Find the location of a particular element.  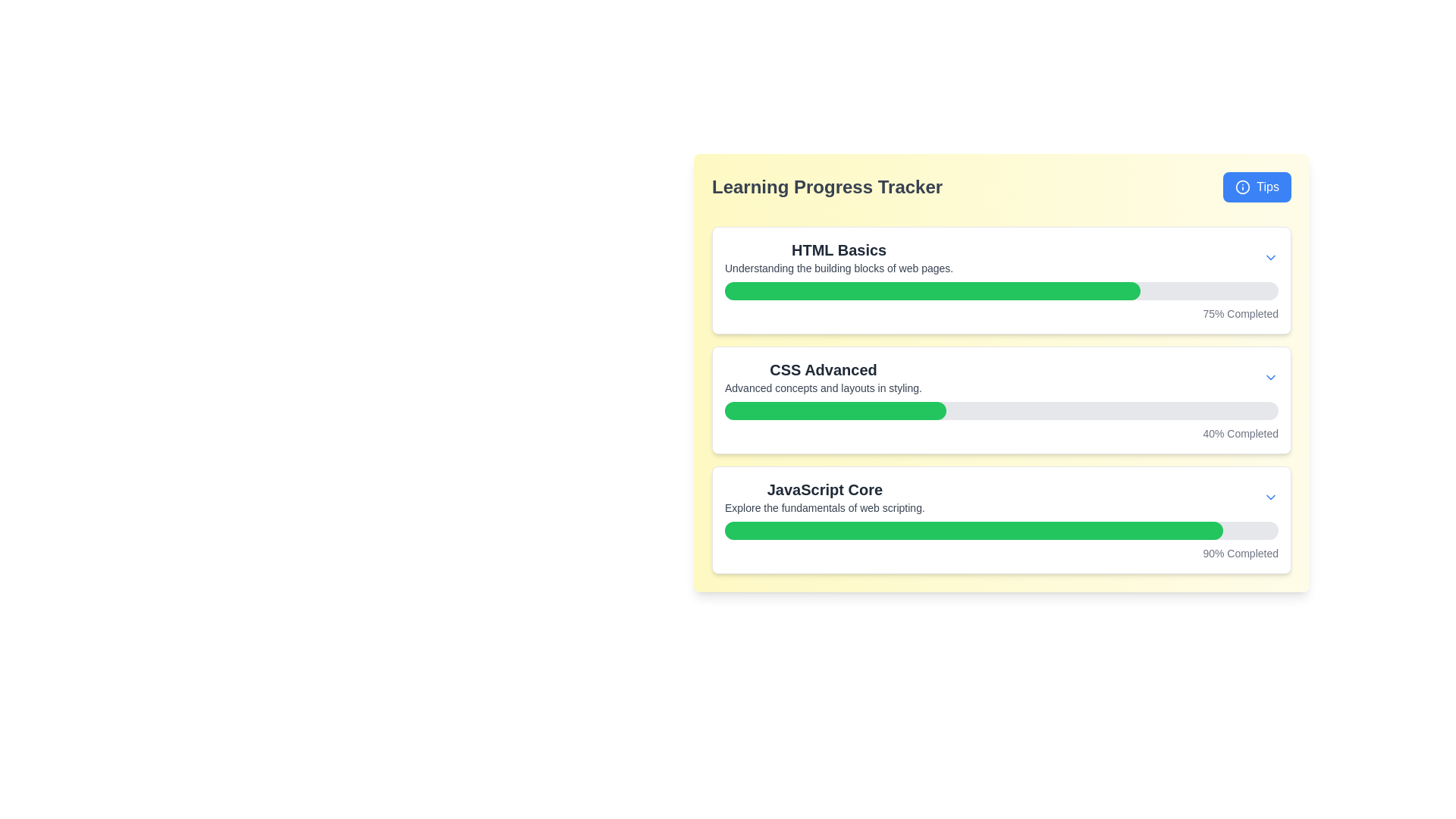

the 'HTML Basics' lesson text block, which introduces the user to the lesson and may navigate to a detailed page or expand a section is located at coordinates (838, 256).